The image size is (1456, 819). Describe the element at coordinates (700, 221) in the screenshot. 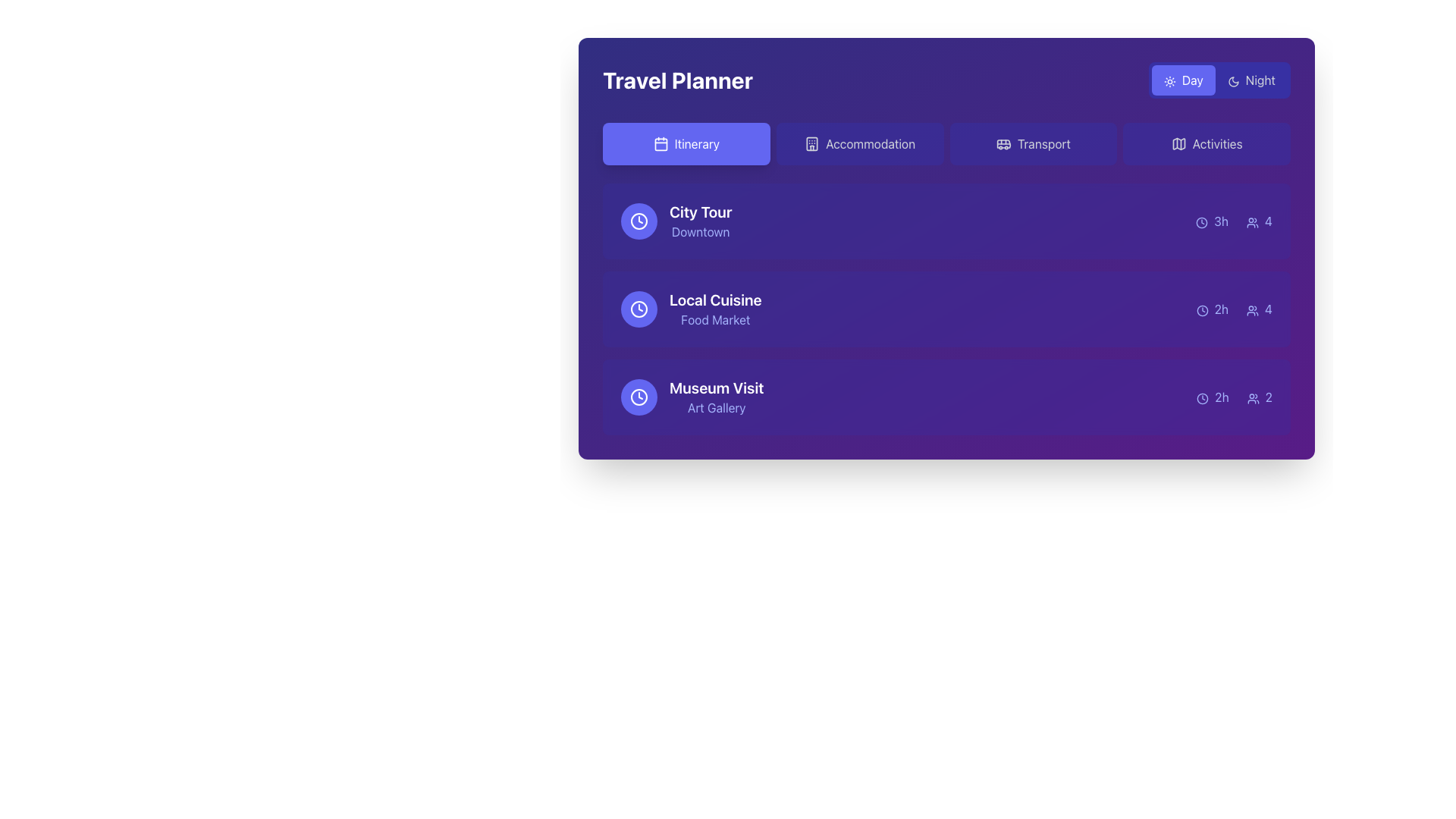

I see `contents of the text label titled 'City Tour' located in the Itinerary section of the Travel Planner interface, positioned to the right of the clock icon` at that location.